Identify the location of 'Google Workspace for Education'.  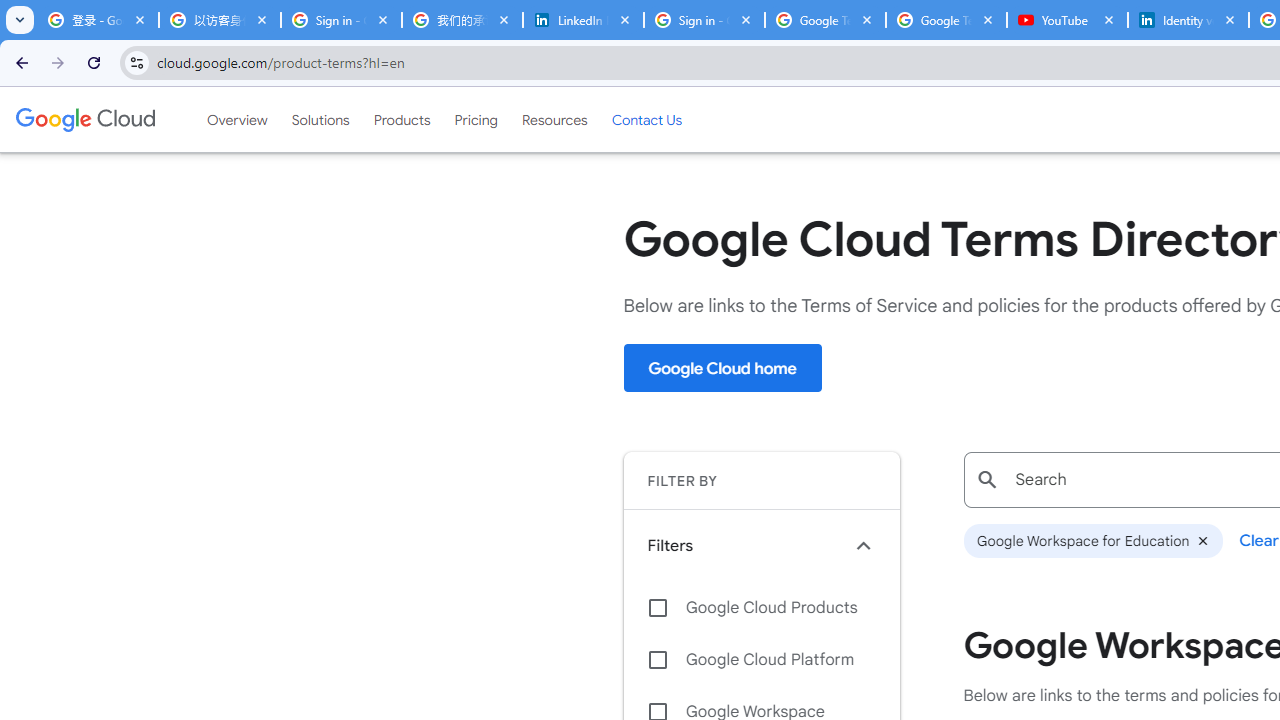
(1091, 541).